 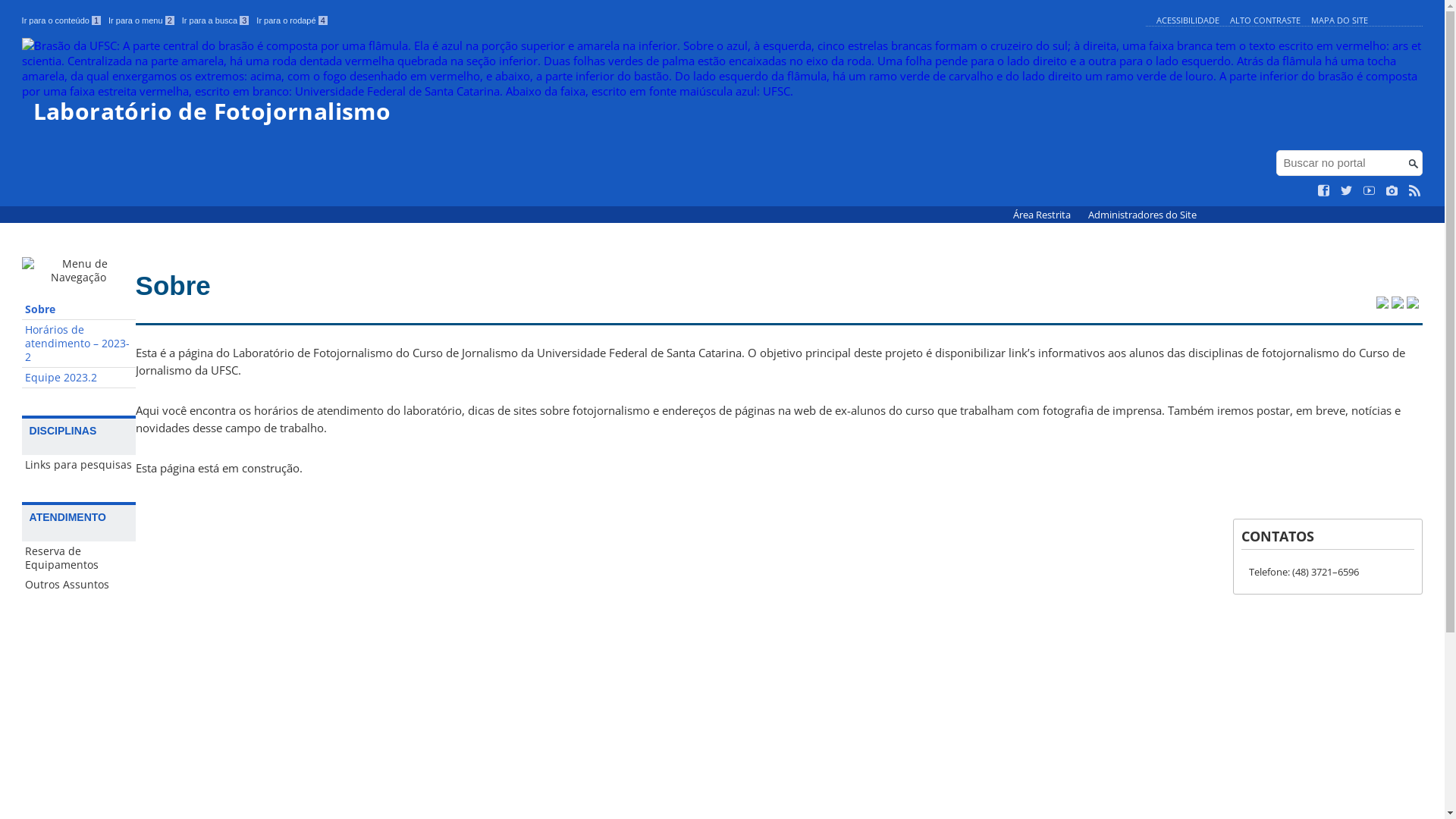 What do you see at coordinates (1339, 20) in the screenshot?
I see `'MAPA DO SITE'` at bounding box center [1339, 20].